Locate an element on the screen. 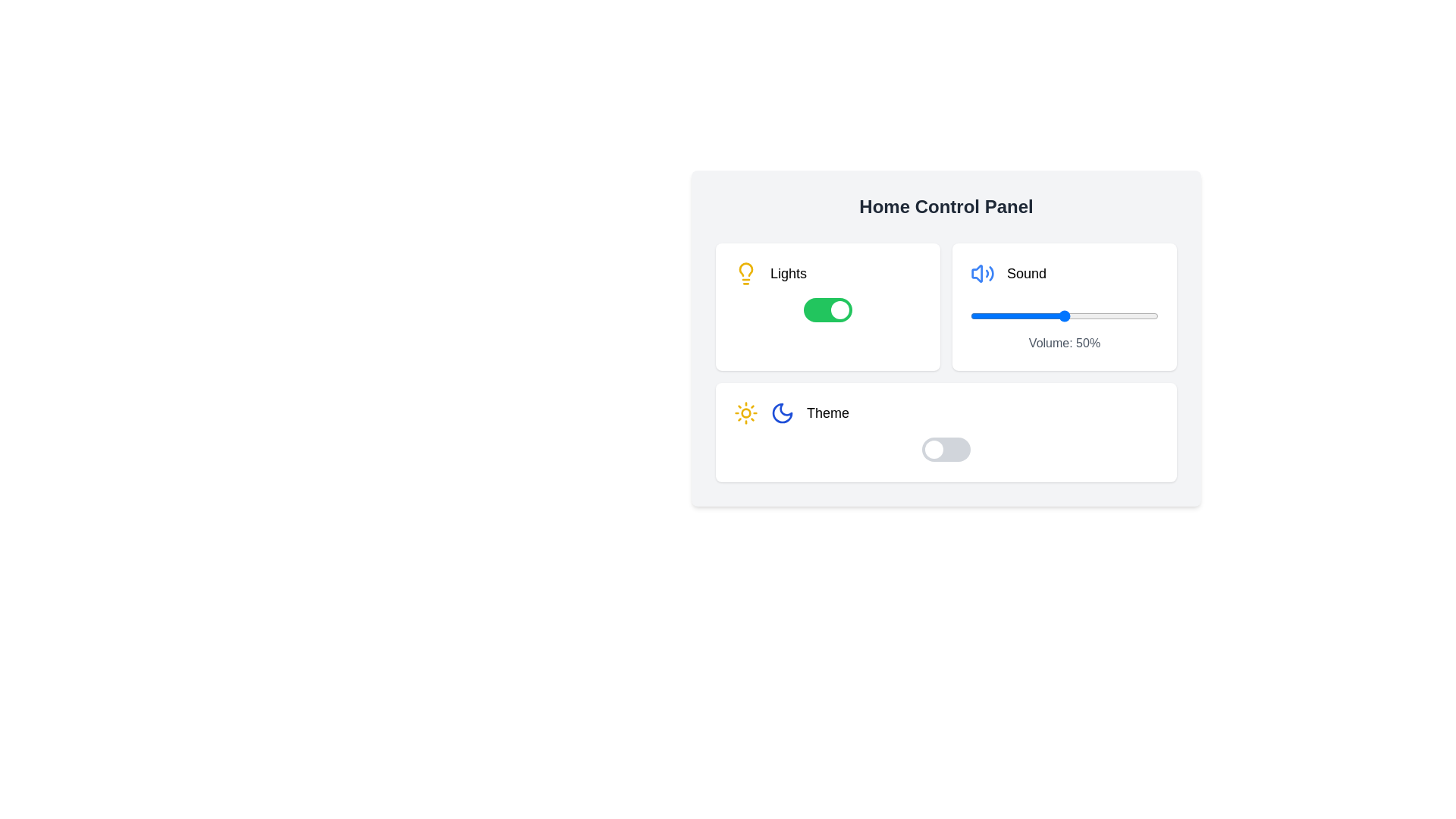  the toggle switch for the 'Lights' feature located in the 'Home Control Panel' is located at coordinates (827, 309).